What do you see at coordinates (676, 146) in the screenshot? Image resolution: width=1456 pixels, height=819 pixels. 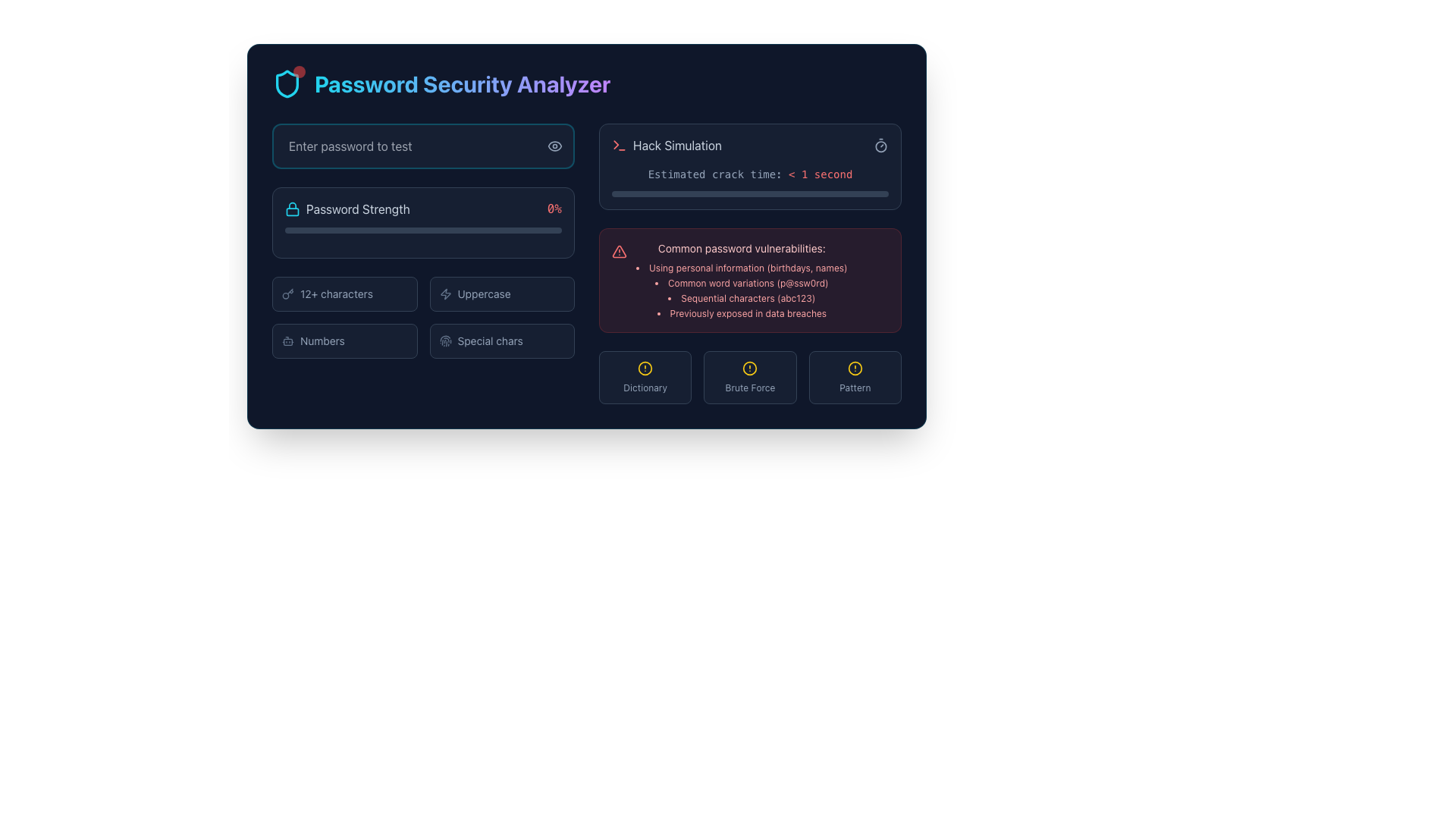 I see `the text label positioned in the upper-right area of the interface, which describes the context of the current functionality, likely related to a simulation or test feature` at bounding box center [676, 146].